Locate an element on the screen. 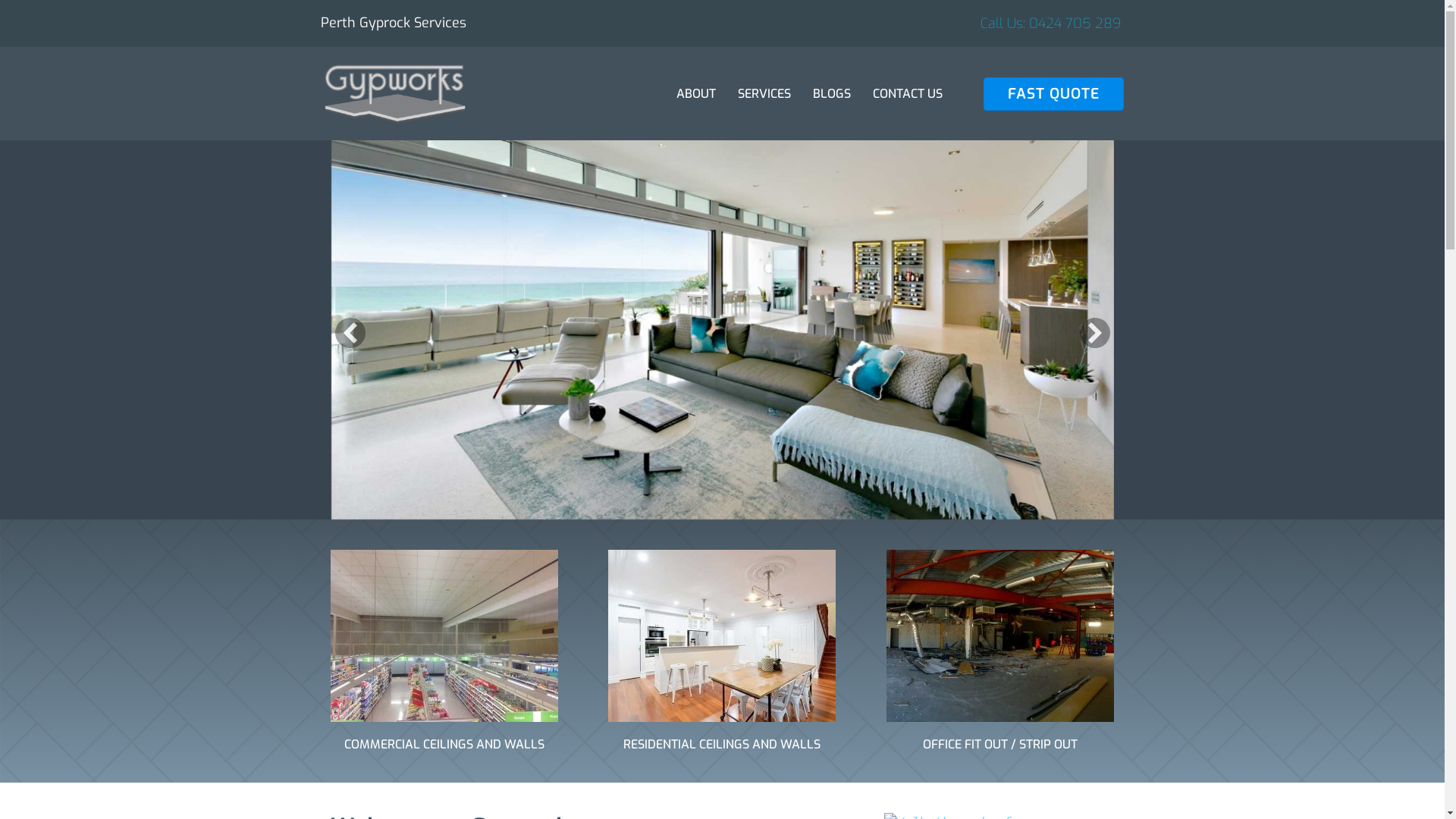 This screenshot has width=1456, height=819. 'Call Us: 0424 705 289' is located at coordinates (1050, 23).